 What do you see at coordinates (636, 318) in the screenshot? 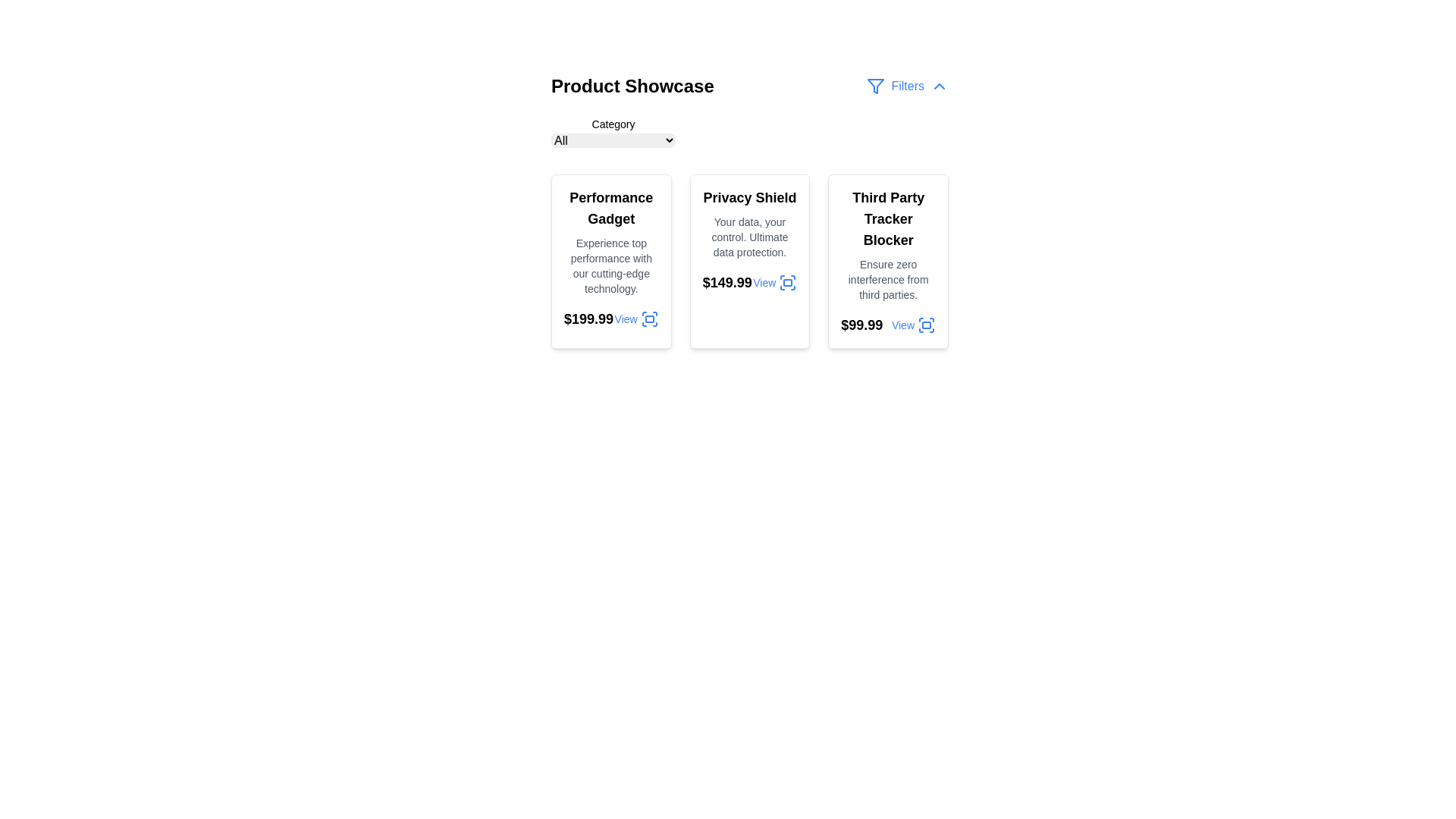
I see `the 'View' link, which is a blue text label situated immediately to the right of the price '$199.99' in the bottom section of the first product card` at bounding box center [636, 318].